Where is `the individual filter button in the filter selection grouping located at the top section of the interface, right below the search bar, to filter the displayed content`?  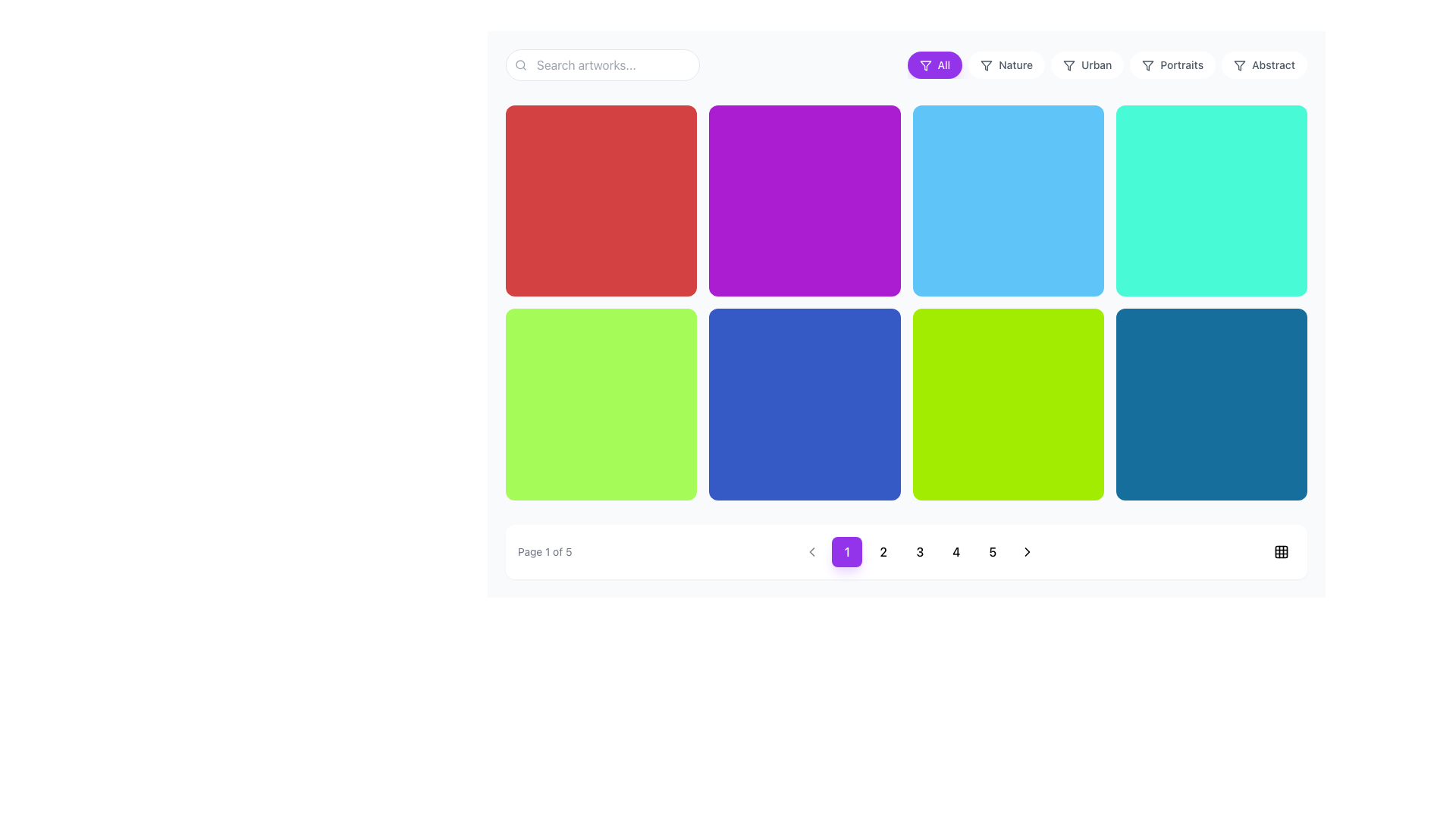 the individual filter button in the filter selection grouping located at the top section of the interface, right below the search bar, to filter the displayed content is located at coordinates (906, 64).